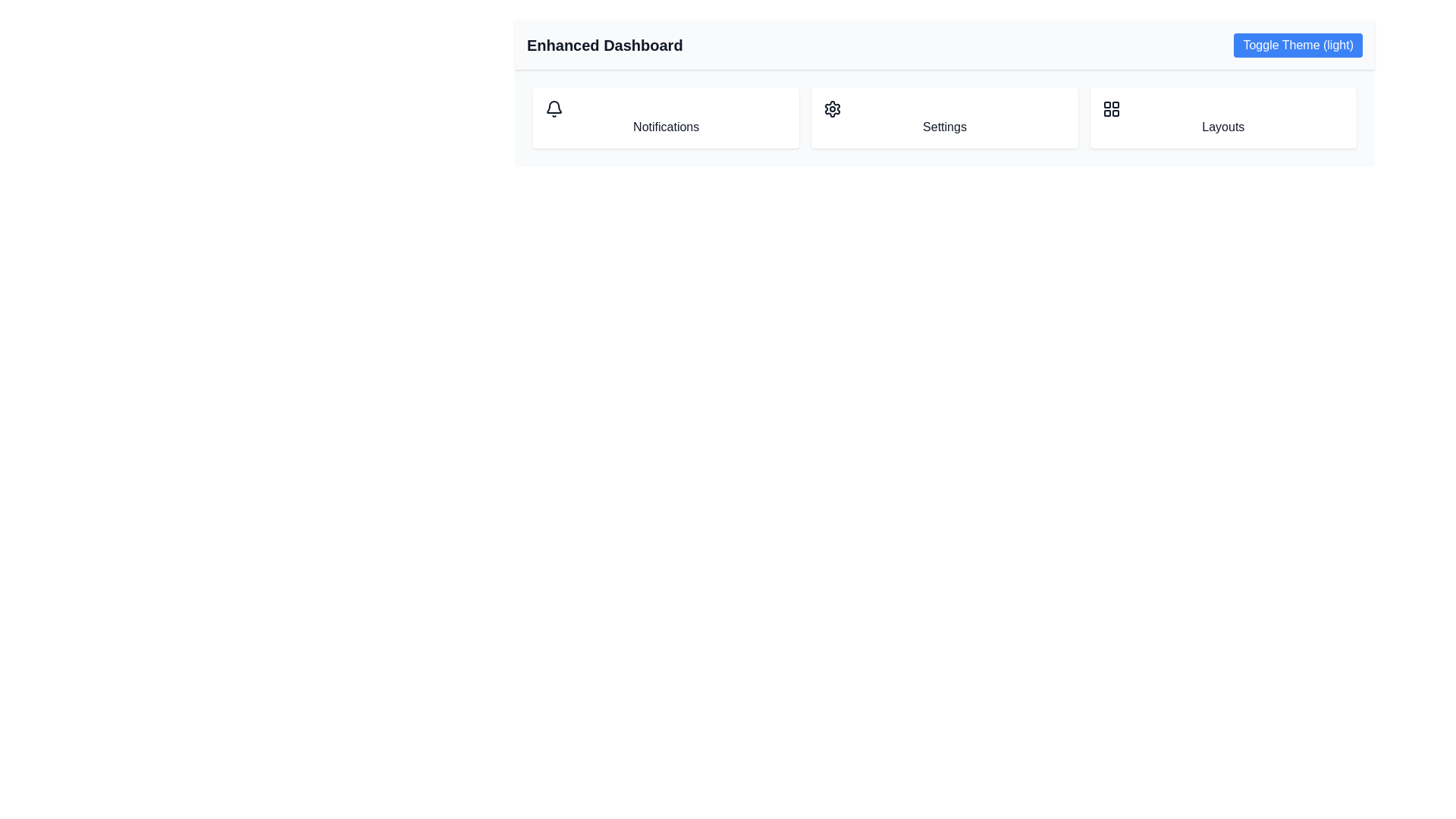 The image size is (1456, 819). What do you see at coordinates (832, 108) in the screenshot?
I see `the central cogwheel icon within the 'Settings' button` at bounding box center [832, 108].